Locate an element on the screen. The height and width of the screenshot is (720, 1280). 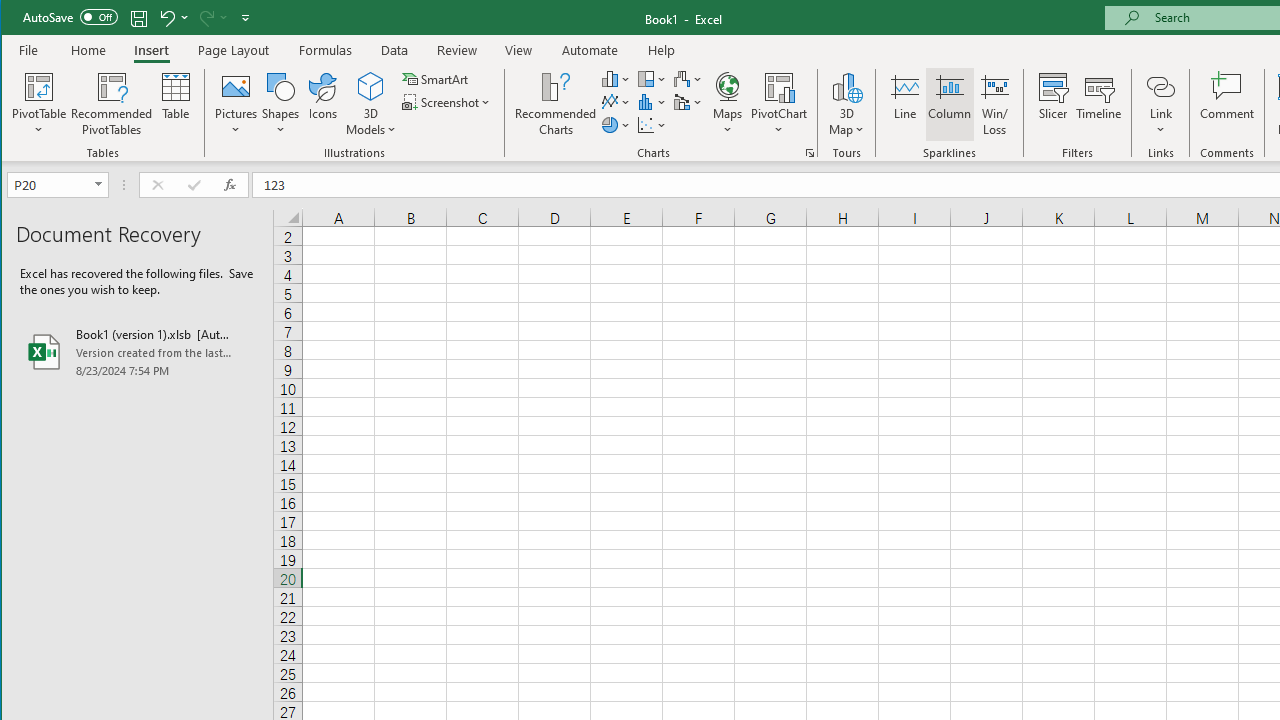
'Timeline' is located at coordinates (1097, 104).